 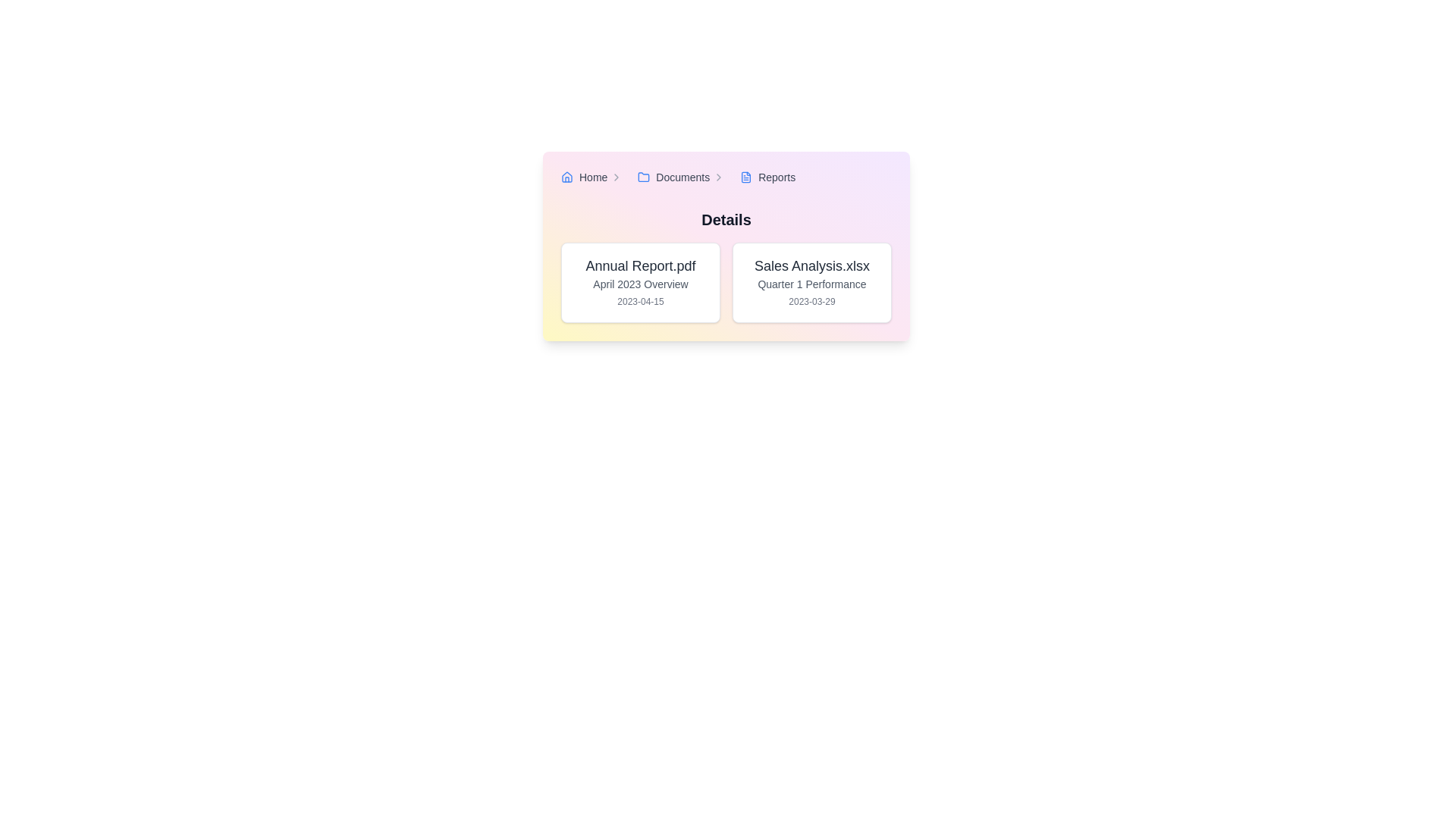 I want to click on the breadcrumb item labeled 'Reports', so click(x=767, y=177).